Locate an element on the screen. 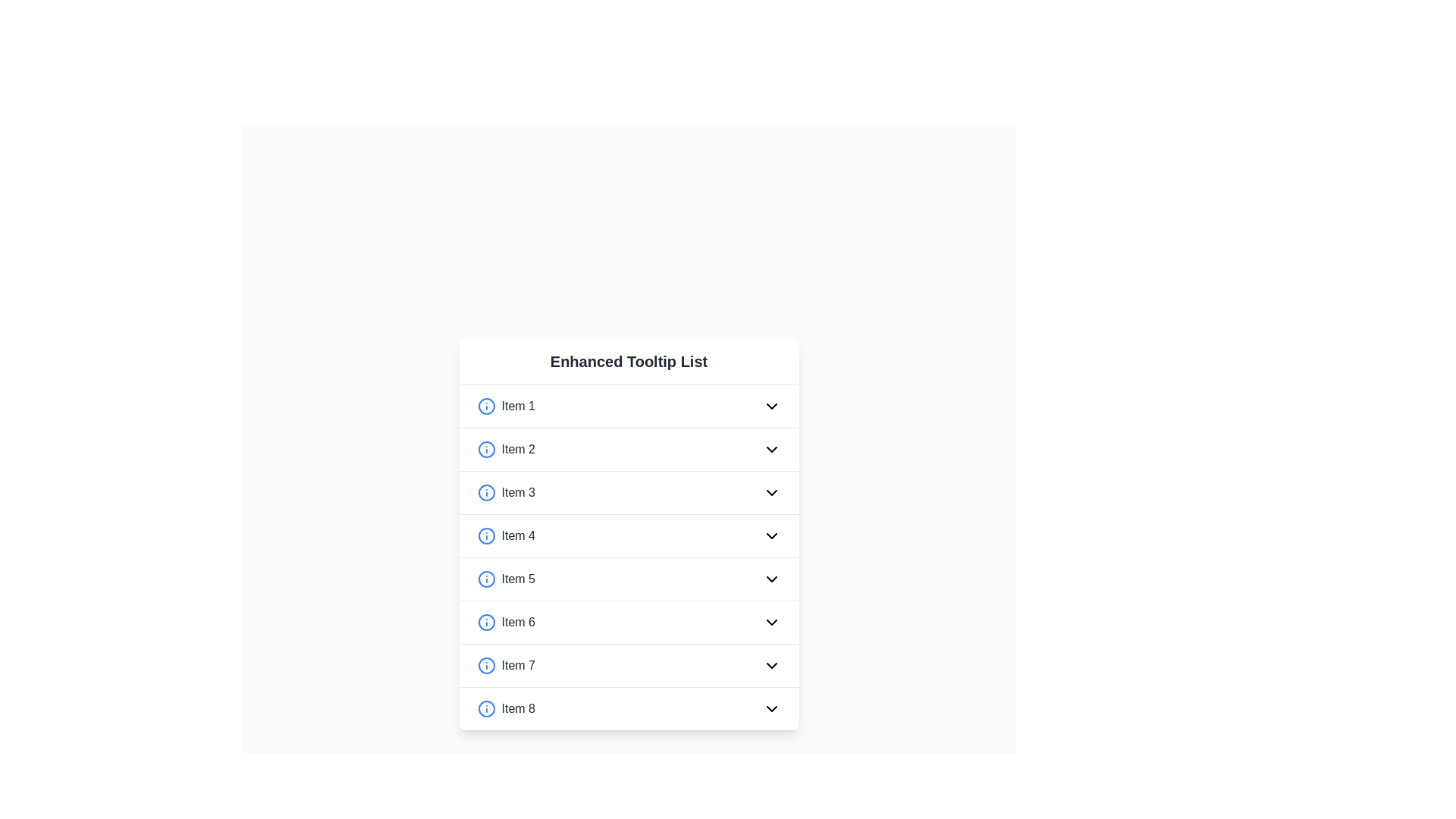 Image resolution: width=1456 pixels, height=819 pixels. the decorative icon (SVG) associated with 'Item 7' located towards the left side of the text in a vertical list is located at coordinates (486, 665).